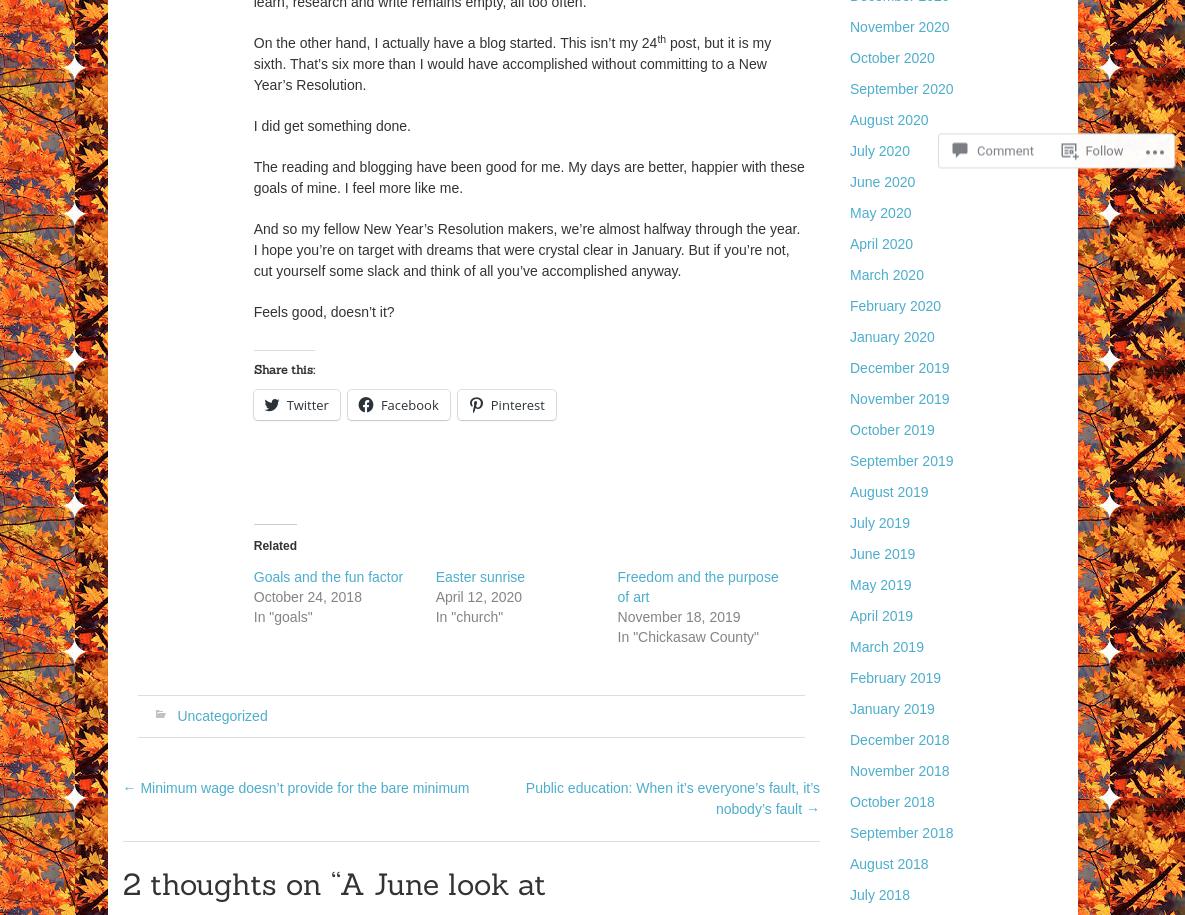  What do you see at coordinates (976, 142) in the screenshot?
I see `'Comment'` at bounding box center [976, 142].